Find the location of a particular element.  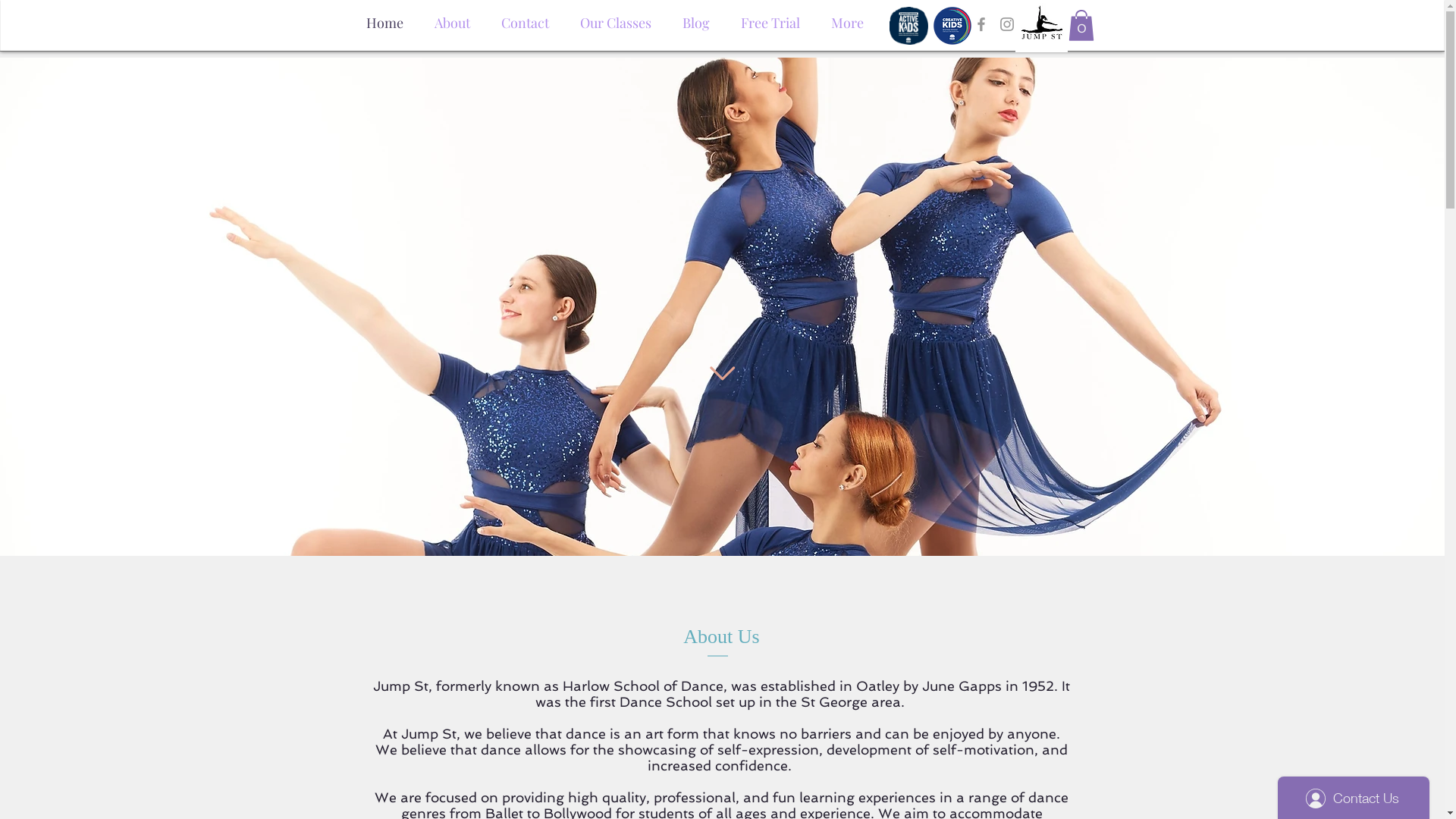

'Home' is located at coordinates (384, 18).